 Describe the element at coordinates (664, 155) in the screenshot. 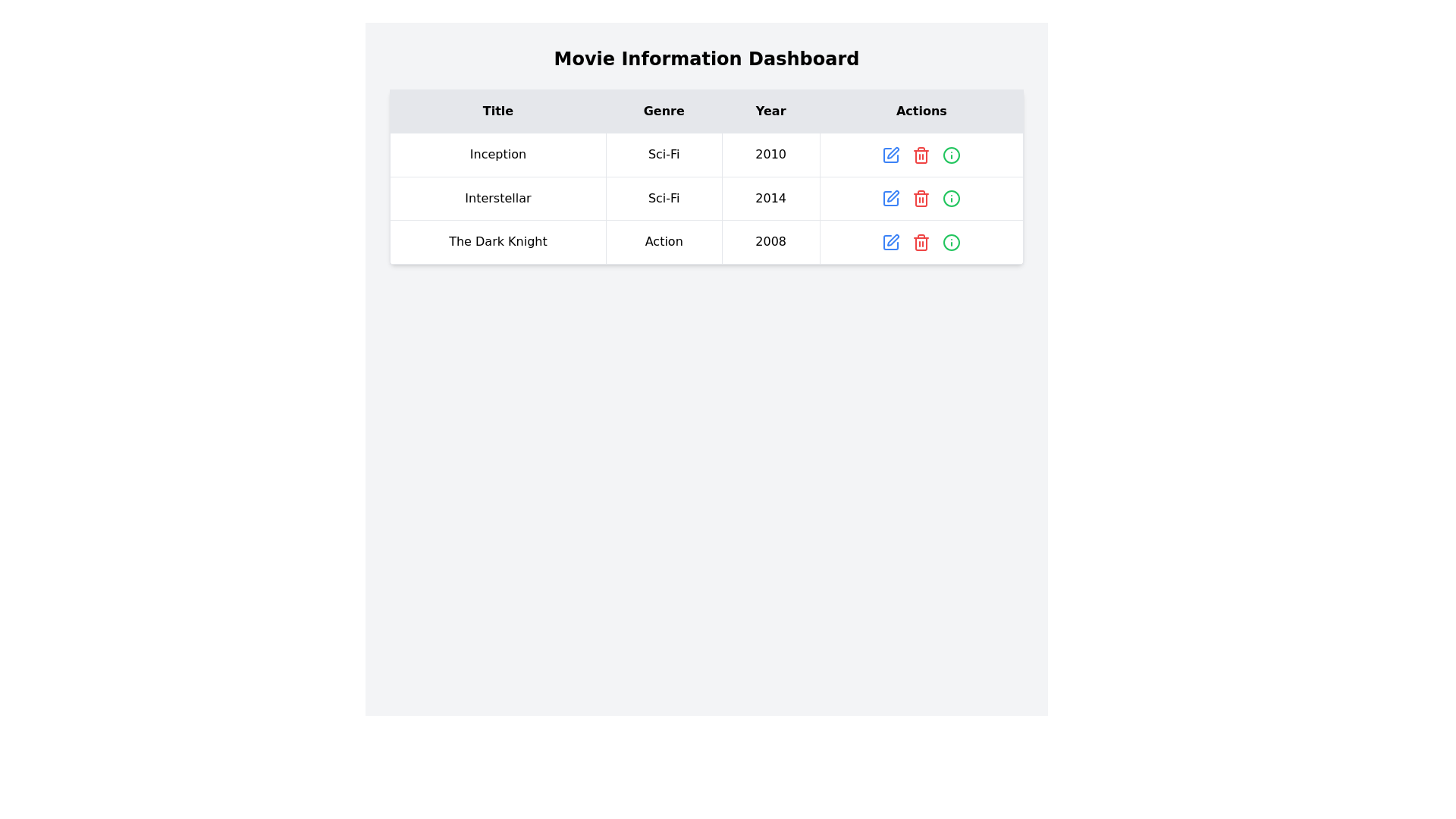

I see `the 'Sci-Fi' text label in the second column of the first row of the table under the 'Genre' header` at that location.